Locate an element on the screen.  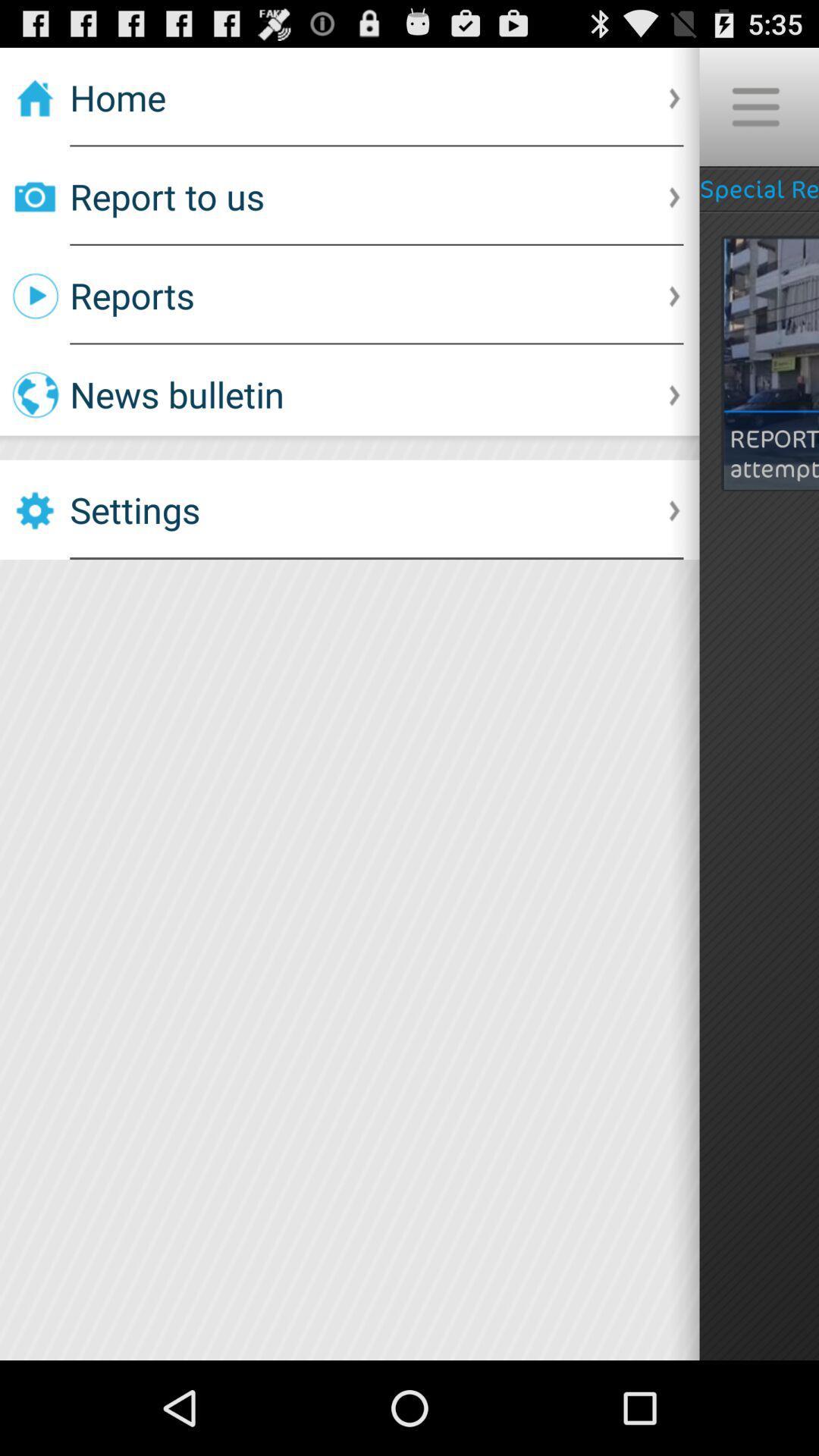
the menu icon is located at coordinates (755, 113).